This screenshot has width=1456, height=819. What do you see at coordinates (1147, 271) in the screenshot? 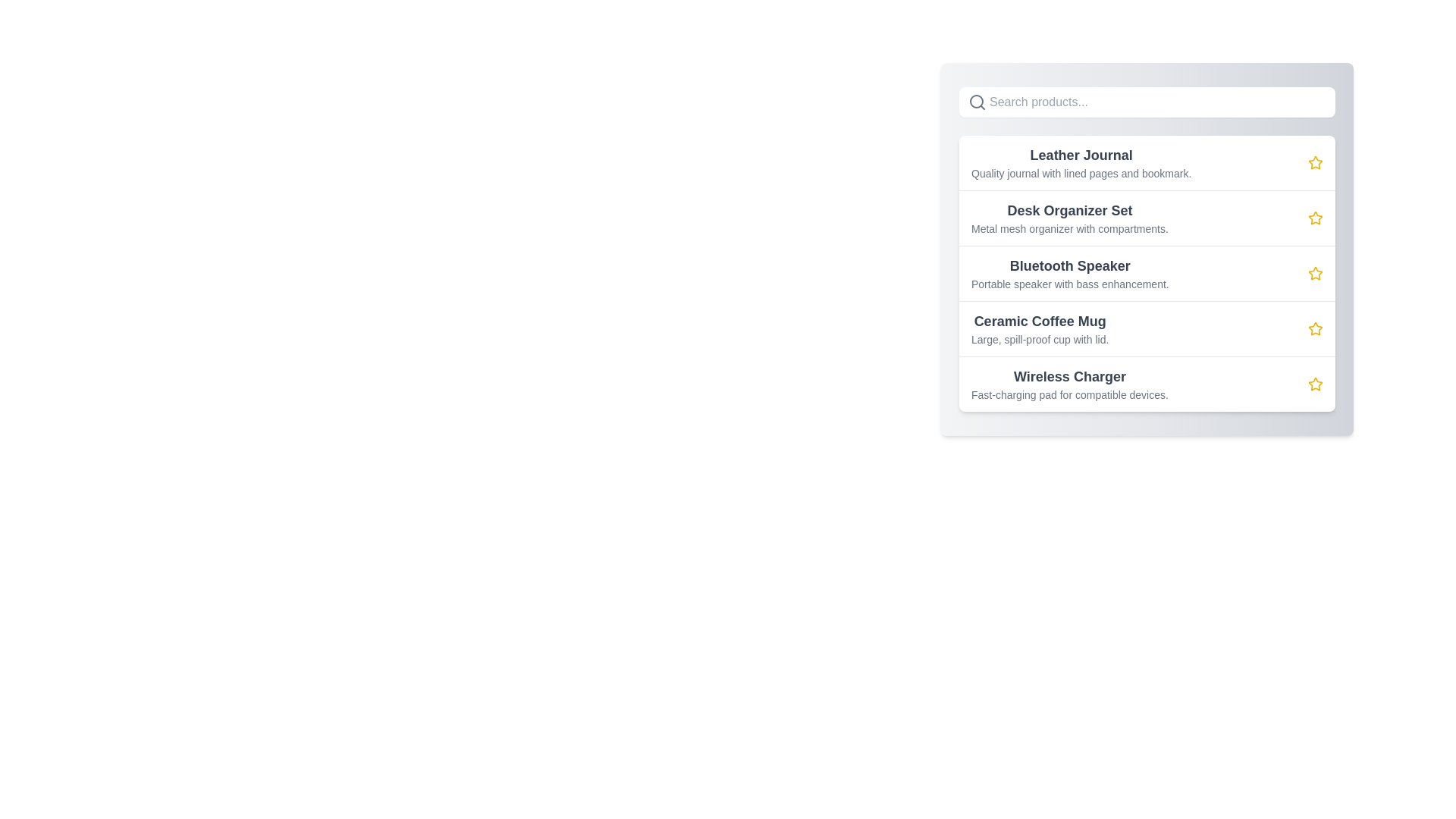
I see `the List item labeled 'Bluetooth Speaker'` at bounding box center [1147, 271].